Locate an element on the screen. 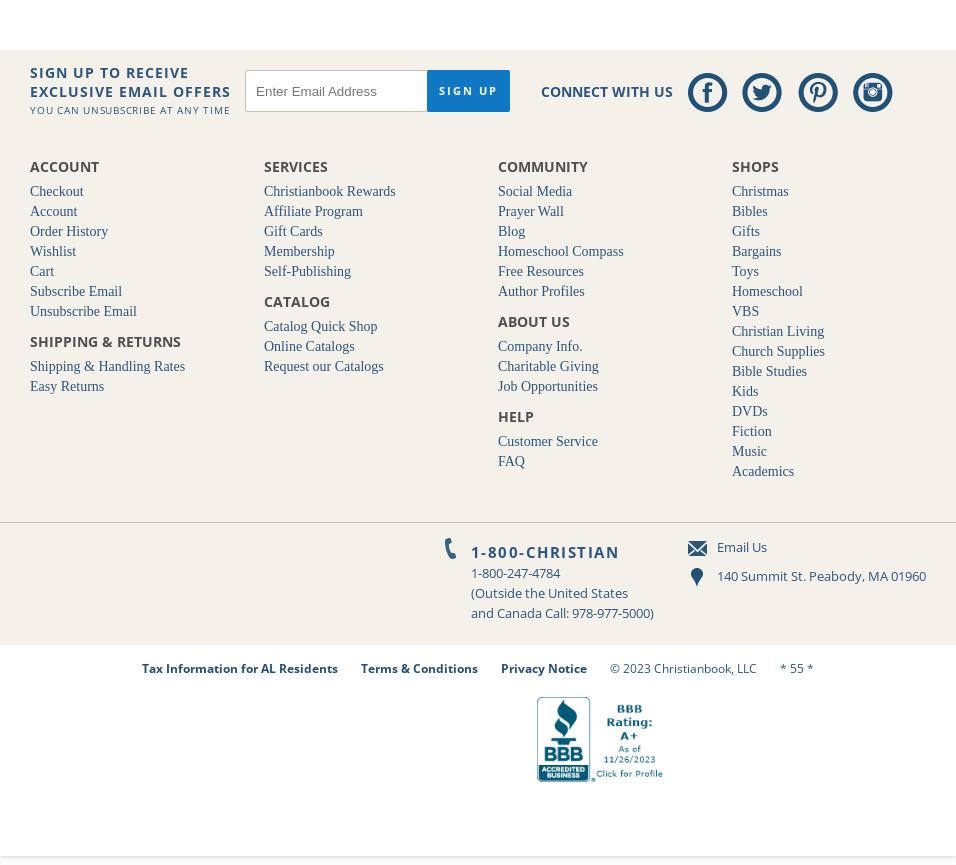 The image size is (956, 865). 'Tax Information for AL Residents' is located at coordinates (239, 668).